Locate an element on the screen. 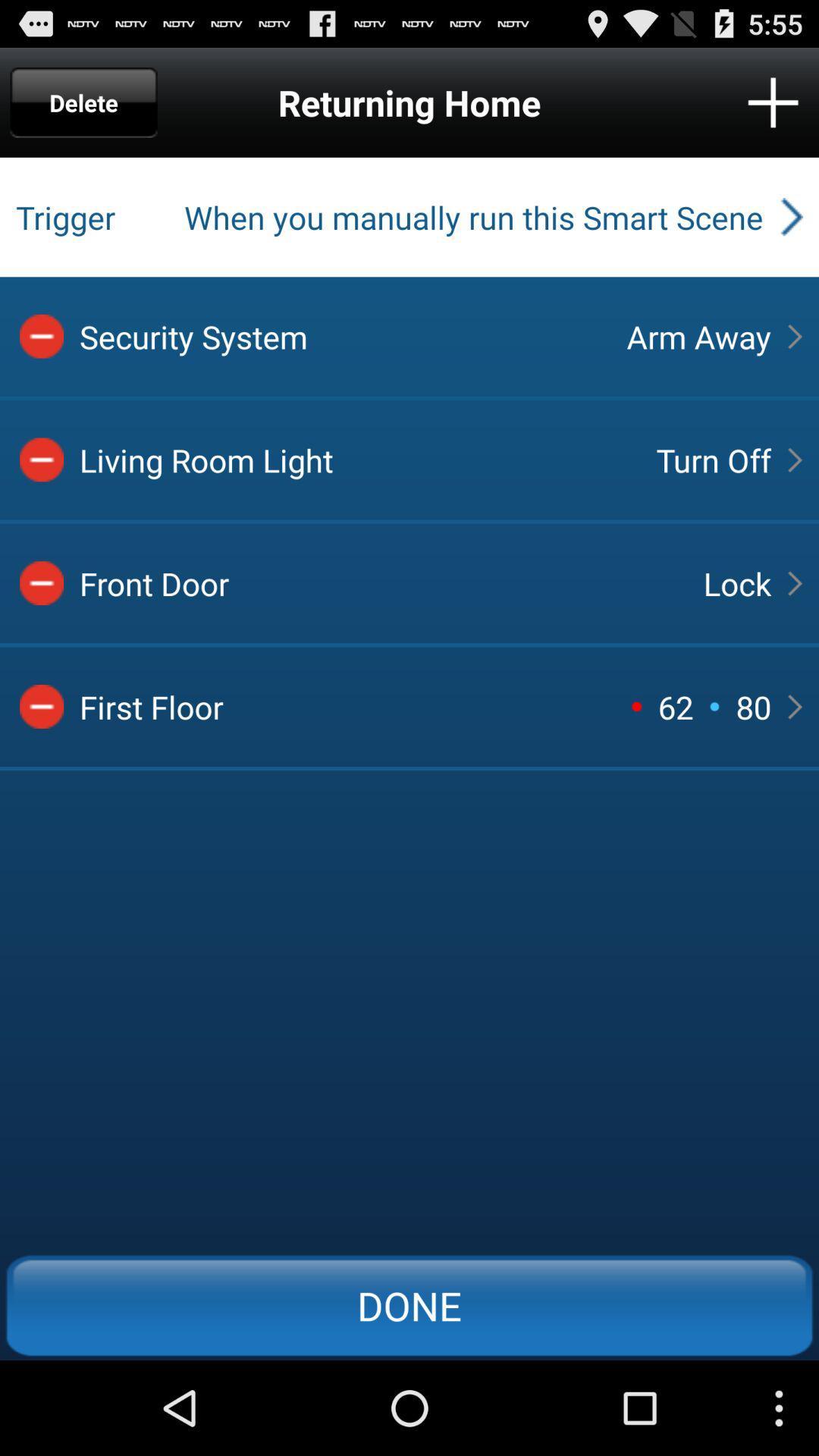  delete or get rid off is located at coordinates (41, 459).